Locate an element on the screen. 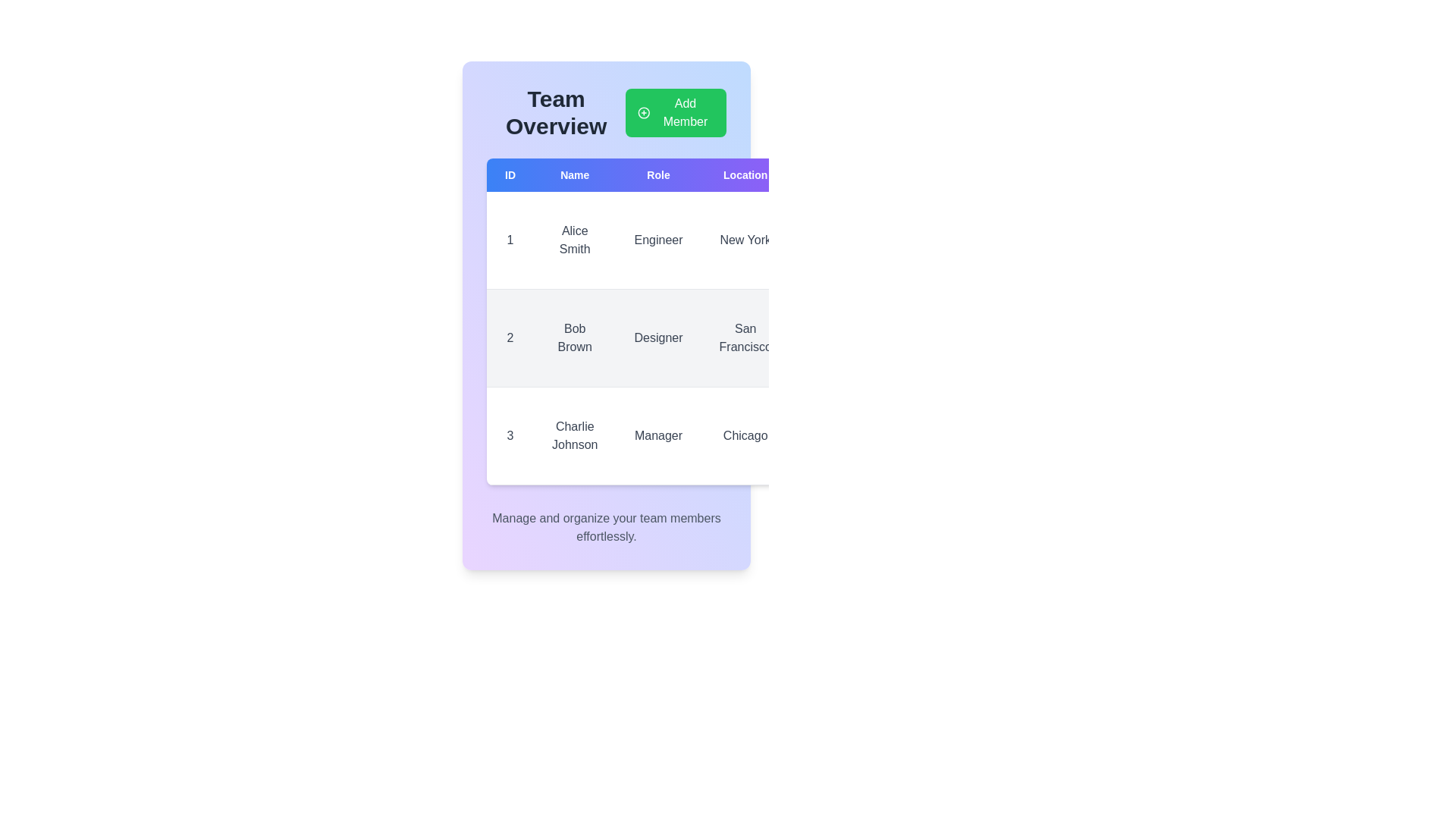 Image resolution: width=1456 pixels, height=819 pixels. the first row of the table containing '1', 'Alice Smith', 'Engineer', and 'New York' is located at coordinates (675, 240).